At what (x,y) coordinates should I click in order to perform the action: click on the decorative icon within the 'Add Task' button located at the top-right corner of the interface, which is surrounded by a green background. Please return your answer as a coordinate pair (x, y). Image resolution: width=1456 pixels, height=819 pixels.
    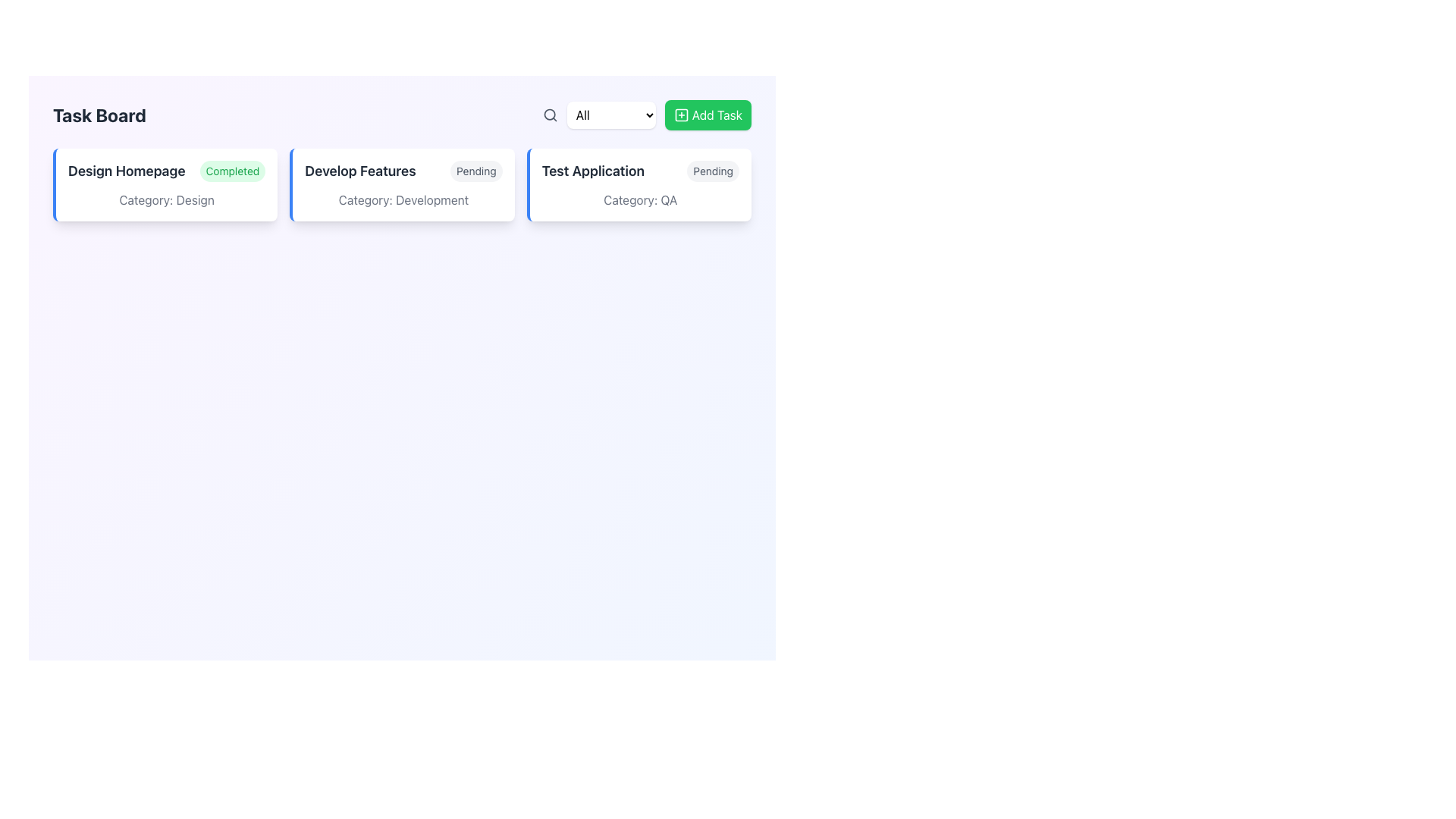
    Looking at the image, I should click on (680, 114).